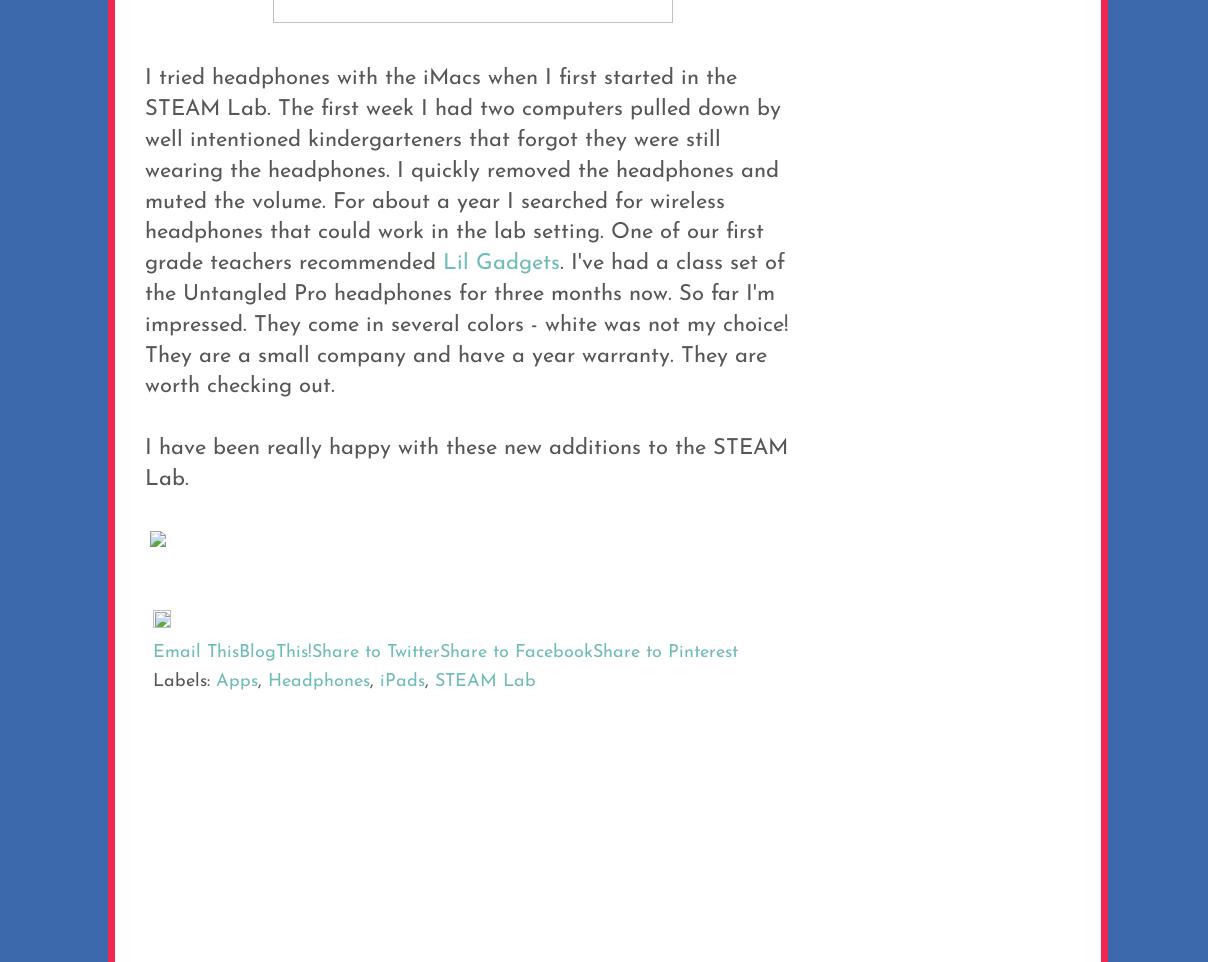 Image resolution: width=1208 pixels, height=962 pixels. I want to click on 'Share to Twitter', so click(375, 652).